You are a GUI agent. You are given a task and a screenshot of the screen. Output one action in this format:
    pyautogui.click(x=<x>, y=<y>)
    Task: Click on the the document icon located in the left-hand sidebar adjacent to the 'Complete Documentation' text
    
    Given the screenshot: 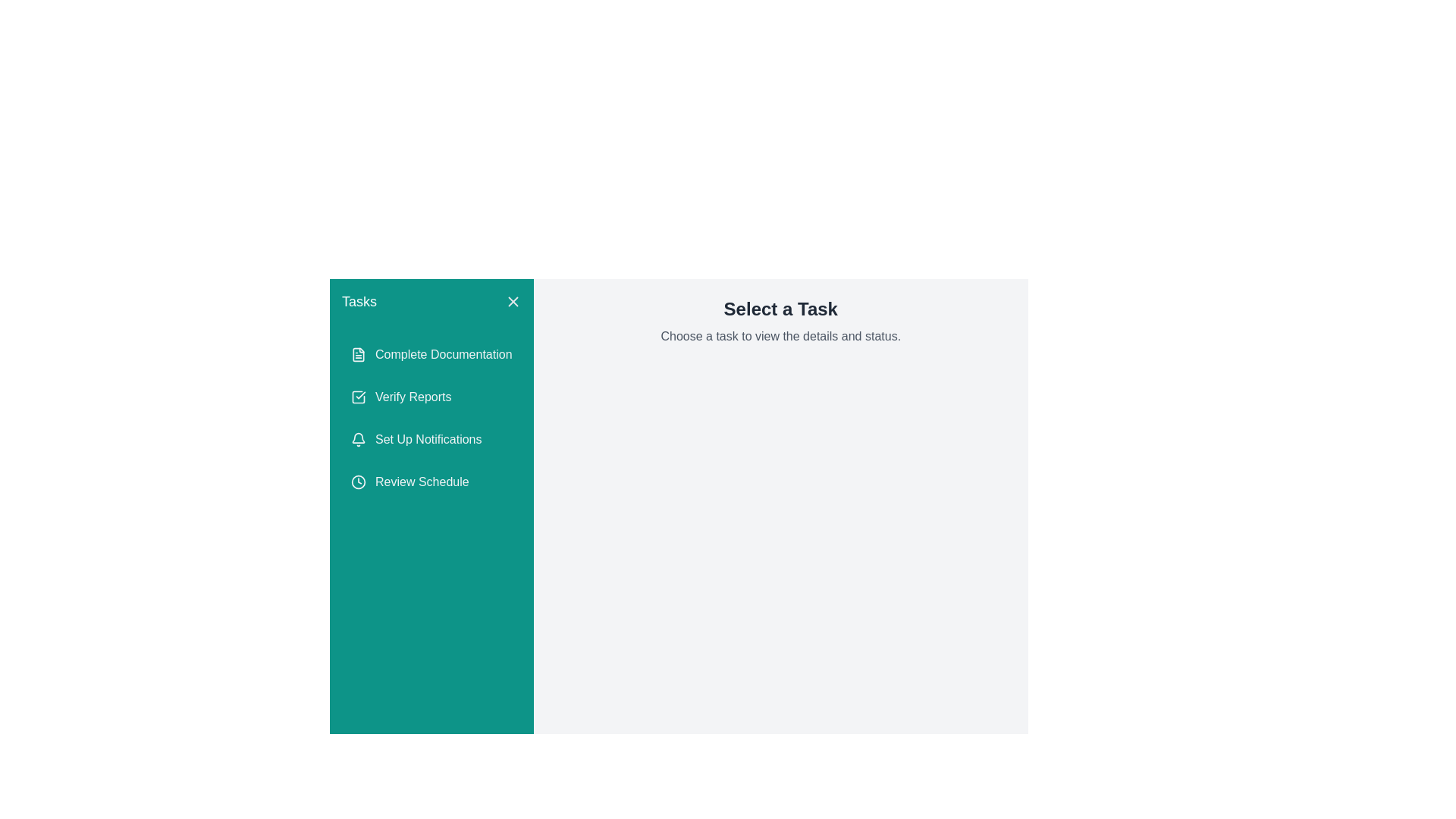 What is the action you would take?
    pyautogui.click(x=358, y=354)
    